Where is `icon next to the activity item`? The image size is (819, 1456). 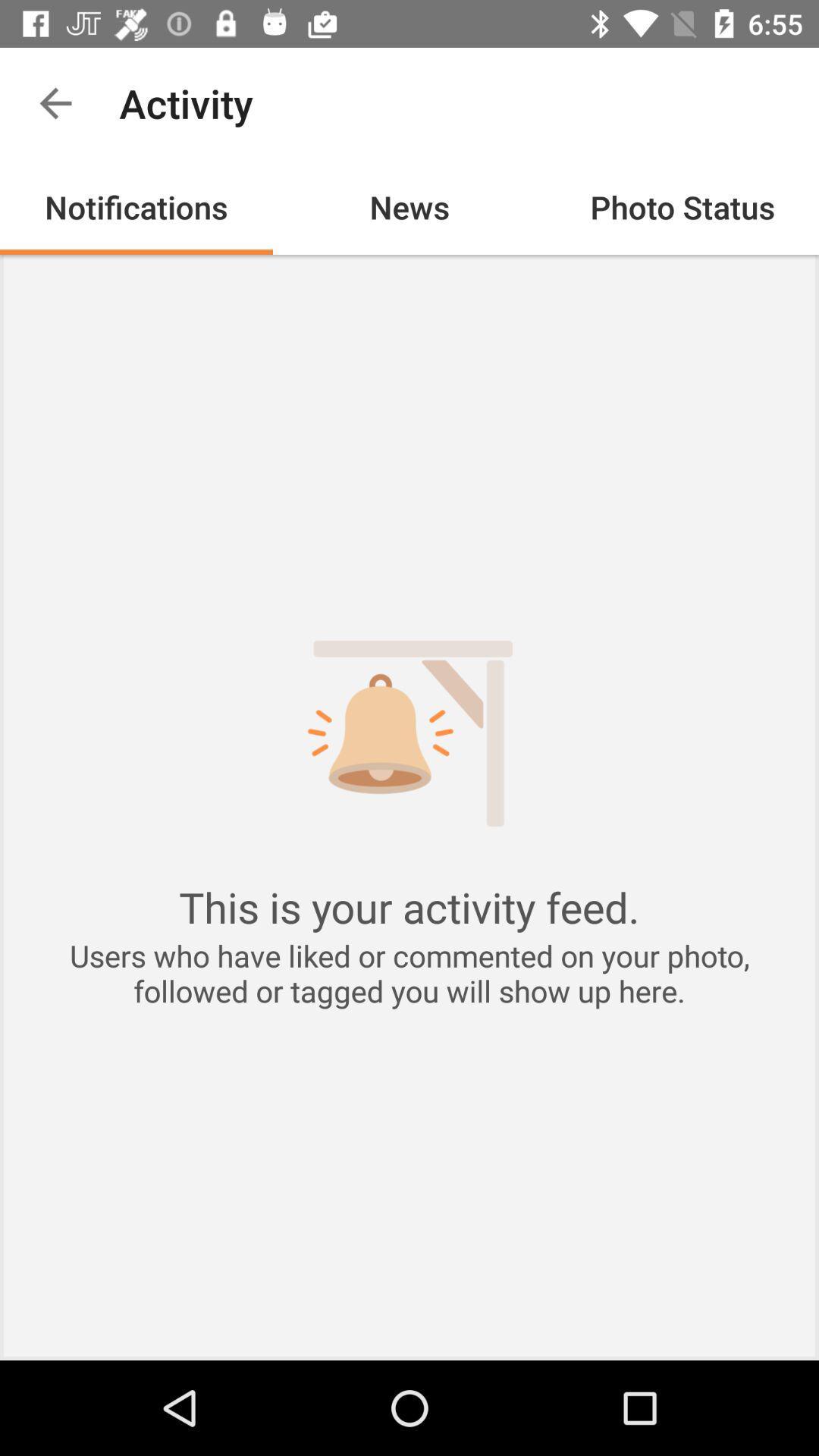
icon next to the activity item is located at coordinates (55, 102).